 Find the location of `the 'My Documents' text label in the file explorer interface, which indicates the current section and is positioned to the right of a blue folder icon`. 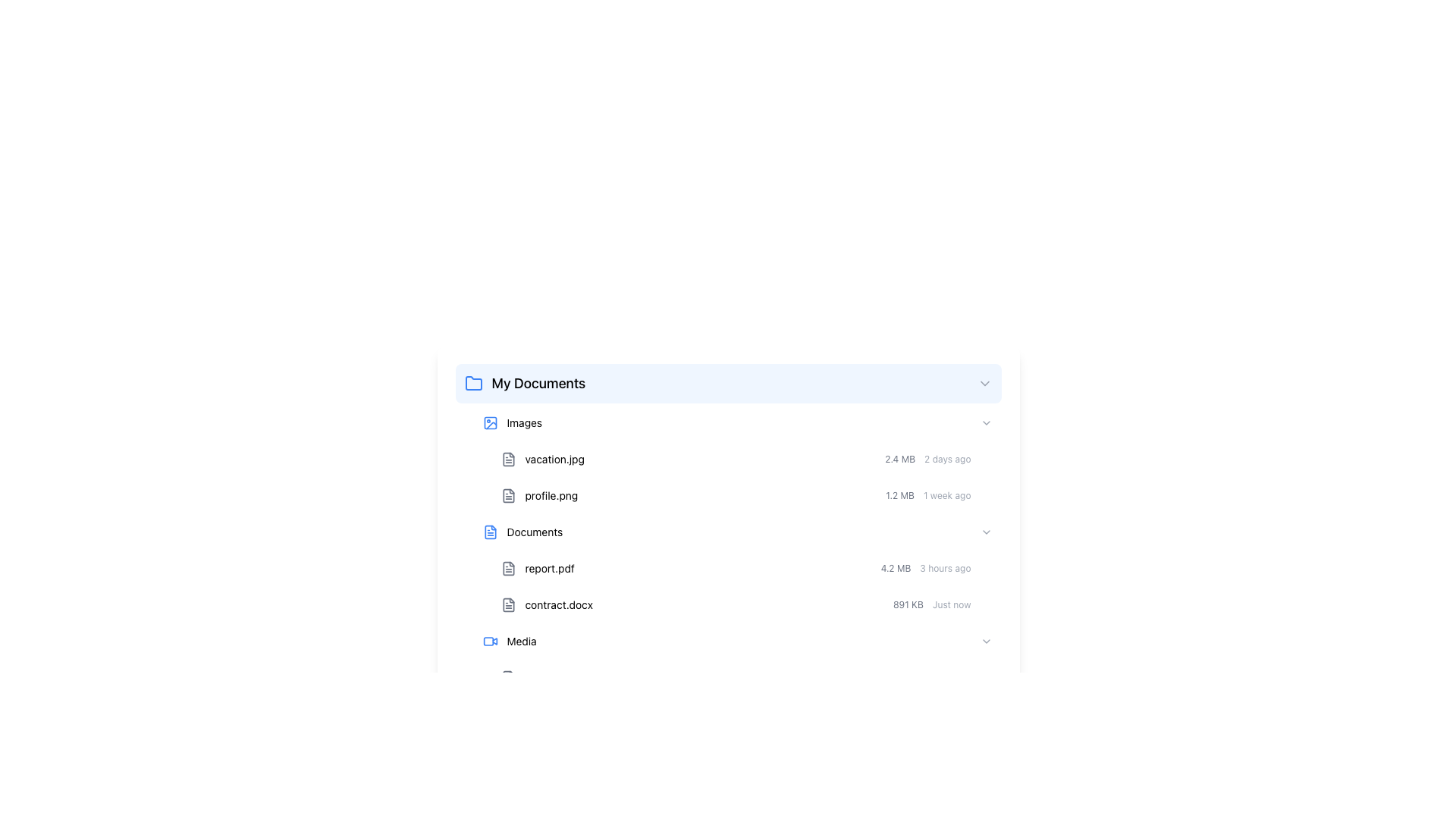

the 'My Documents' text label in the file explorer interface, which indicates the current section and is positioned to the right of a blue folder icon is located at coordinates (538, 382).